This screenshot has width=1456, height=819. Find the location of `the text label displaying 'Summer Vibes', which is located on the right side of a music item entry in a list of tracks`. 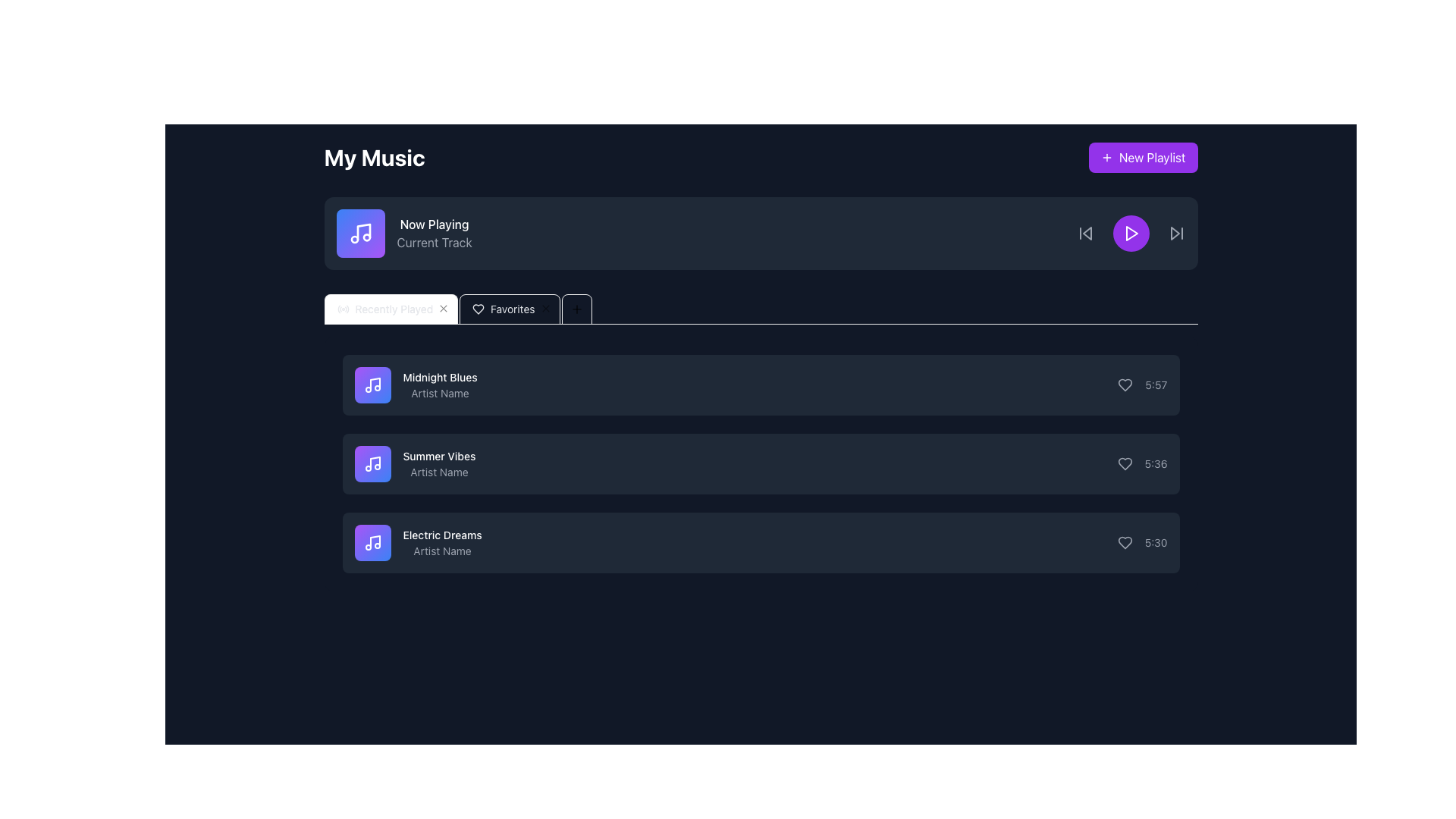

the text label displaying 'Summer Vibes', which is located on the right side of a music item entry in a list of tracks is located at coordinates (438, 455).